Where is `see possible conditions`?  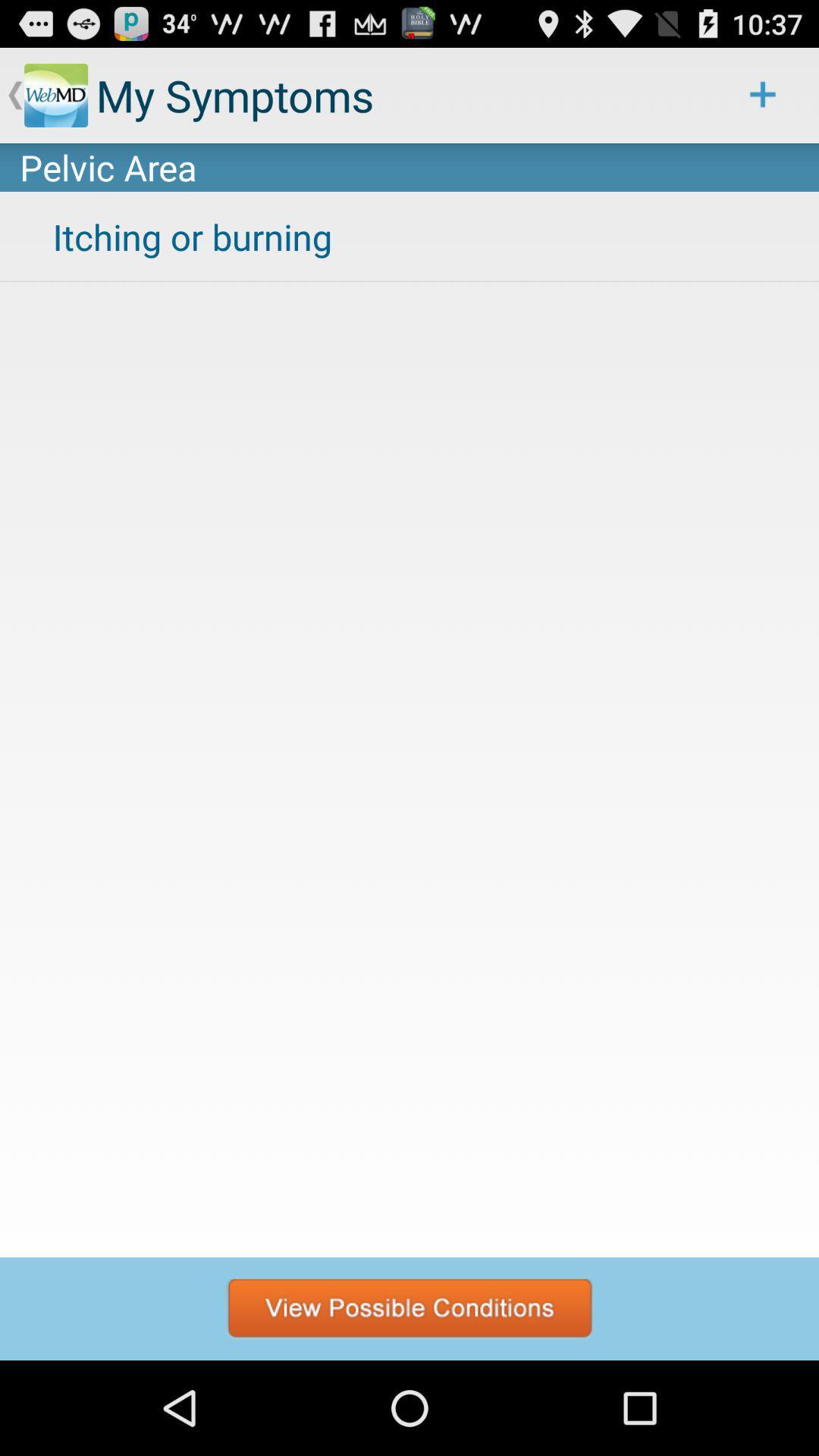 see possible conditions is located at coordinates (409, 1308).